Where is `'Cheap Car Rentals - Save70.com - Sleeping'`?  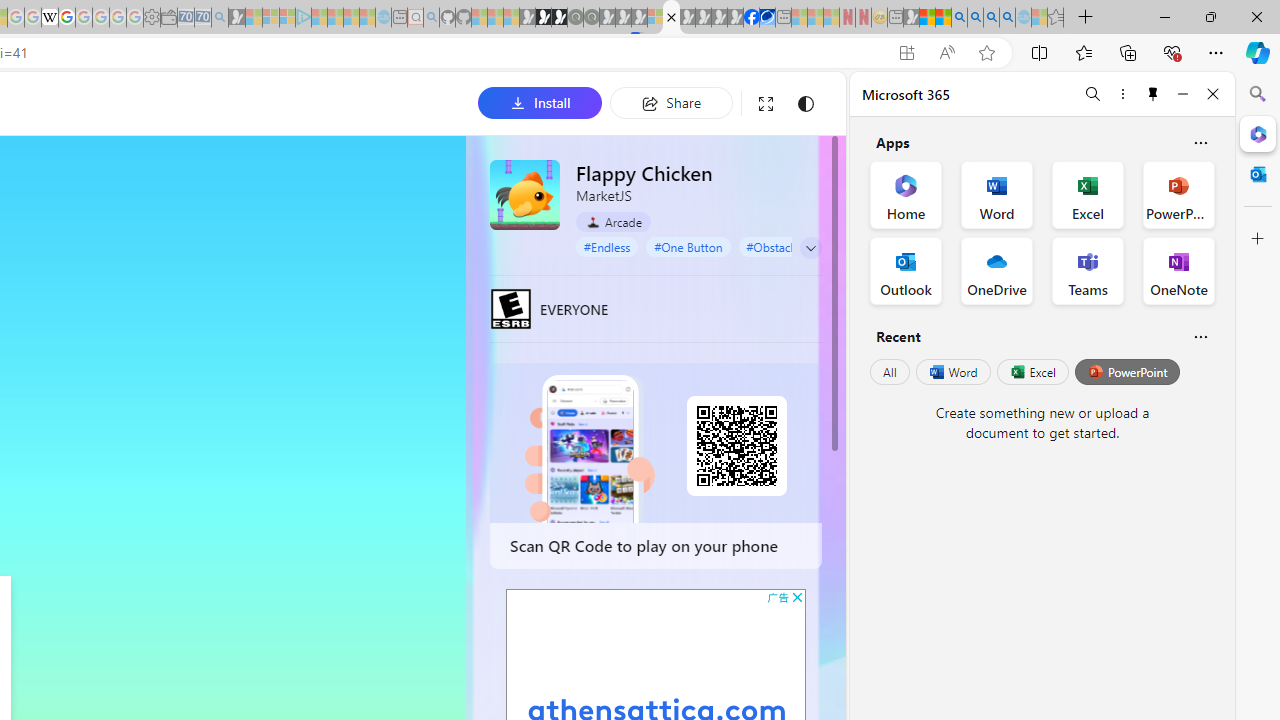
'Cheap Car Rentals - Save70.com - Sleeping' is located at coordinates (202, 17).